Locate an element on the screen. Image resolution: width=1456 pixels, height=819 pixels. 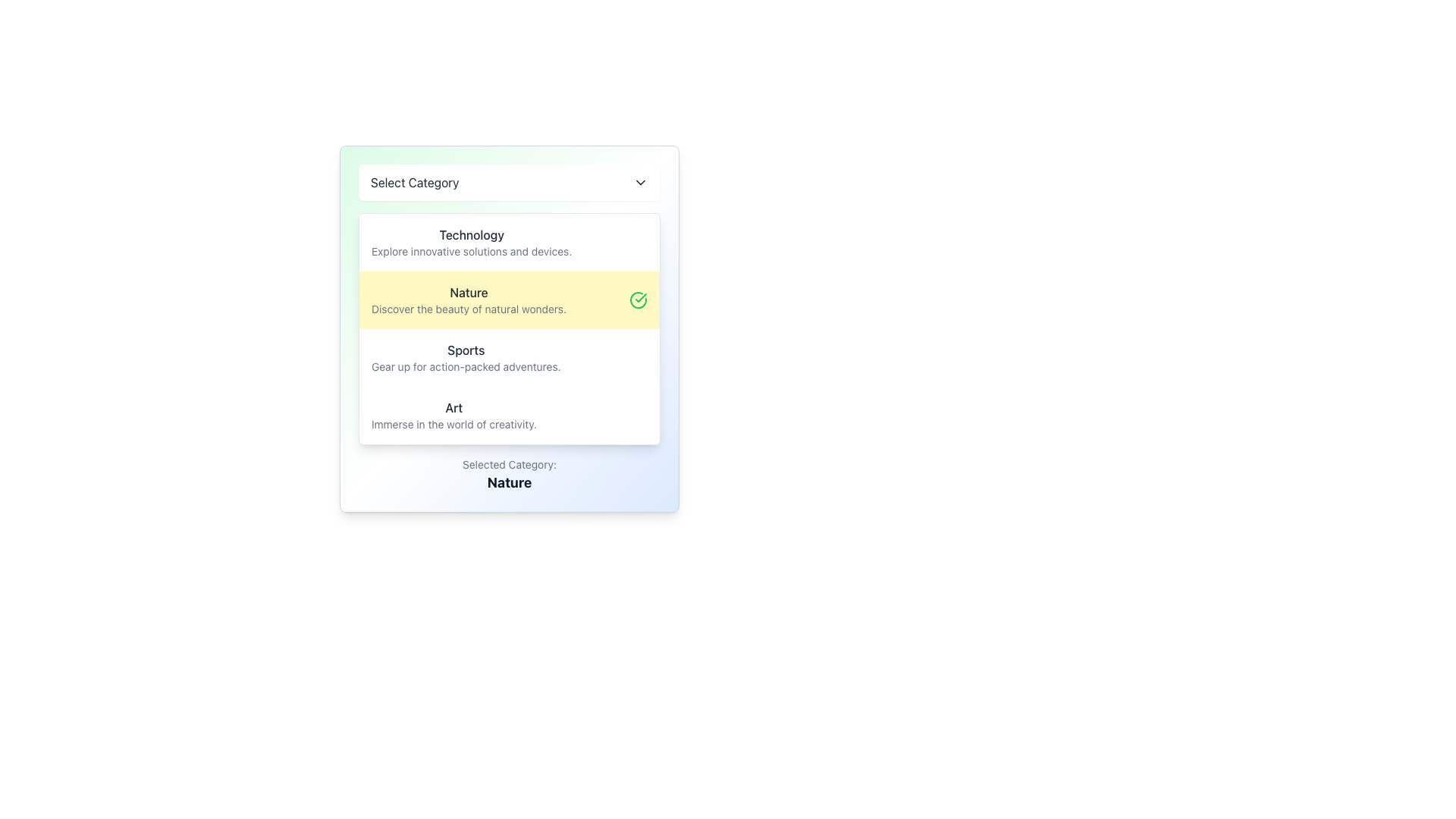
the third selectable item in the list under the 'Select Category' section is located at coordinates (510, 357).